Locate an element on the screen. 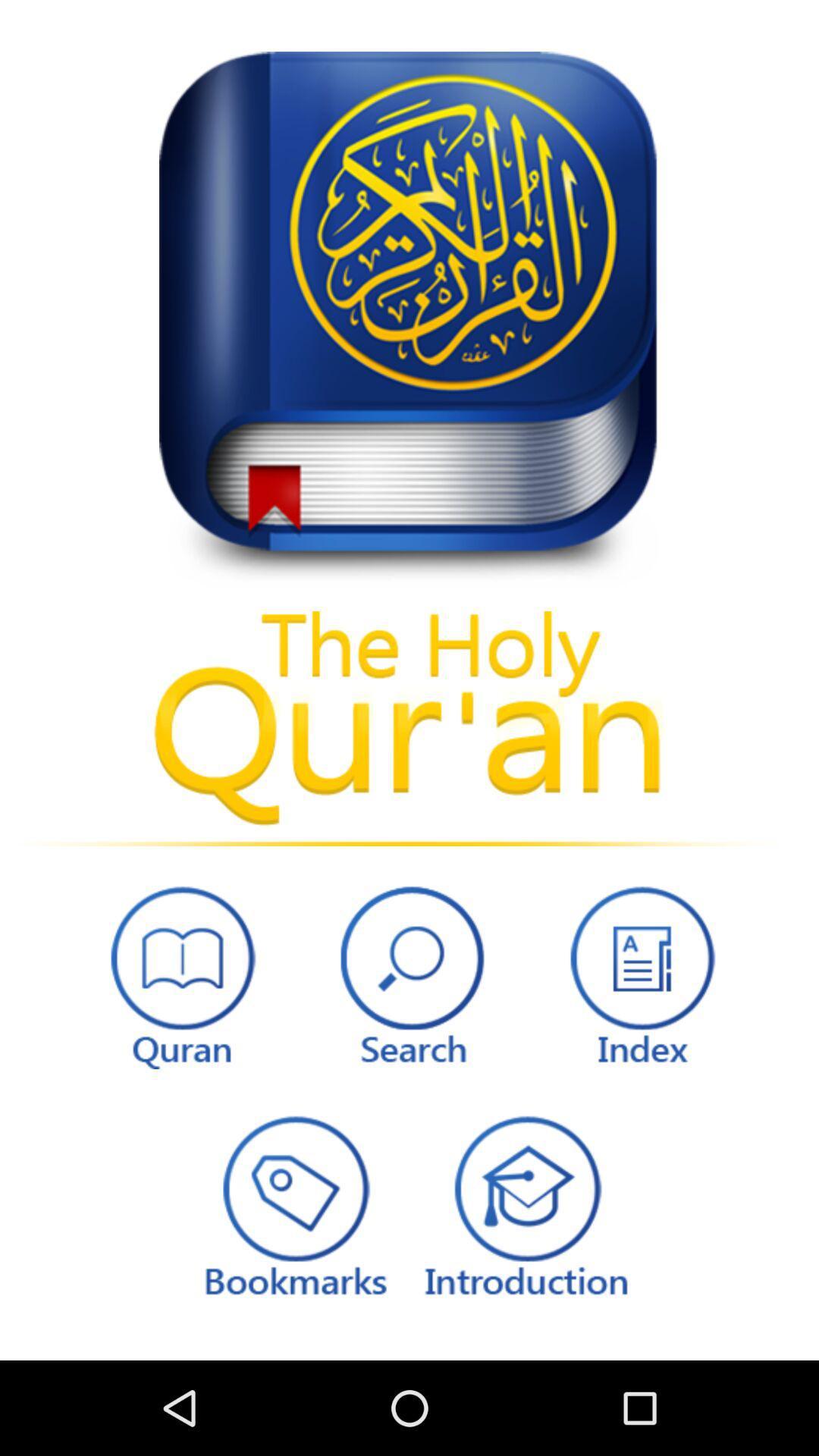 This screenshot has width=819, height=1456. introduction to the holy quran is located at coordinates (525, 1203).